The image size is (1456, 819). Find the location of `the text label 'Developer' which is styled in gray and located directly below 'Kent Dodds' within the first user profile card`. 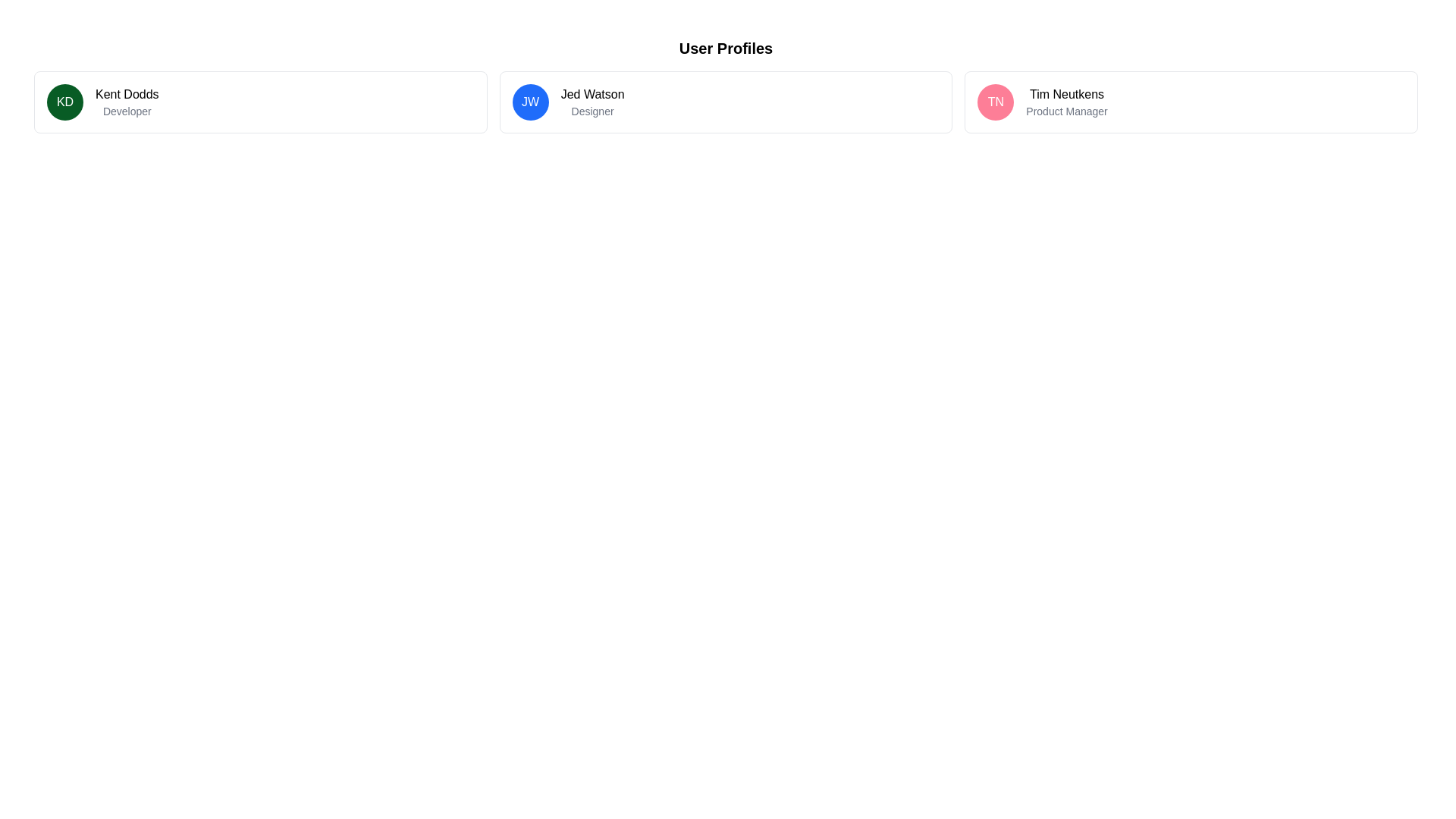

the text label 'Developer' which is styled in gray and located directly below 'Kent Dodds' within the first user profile card is located at coordinates (127, 110).